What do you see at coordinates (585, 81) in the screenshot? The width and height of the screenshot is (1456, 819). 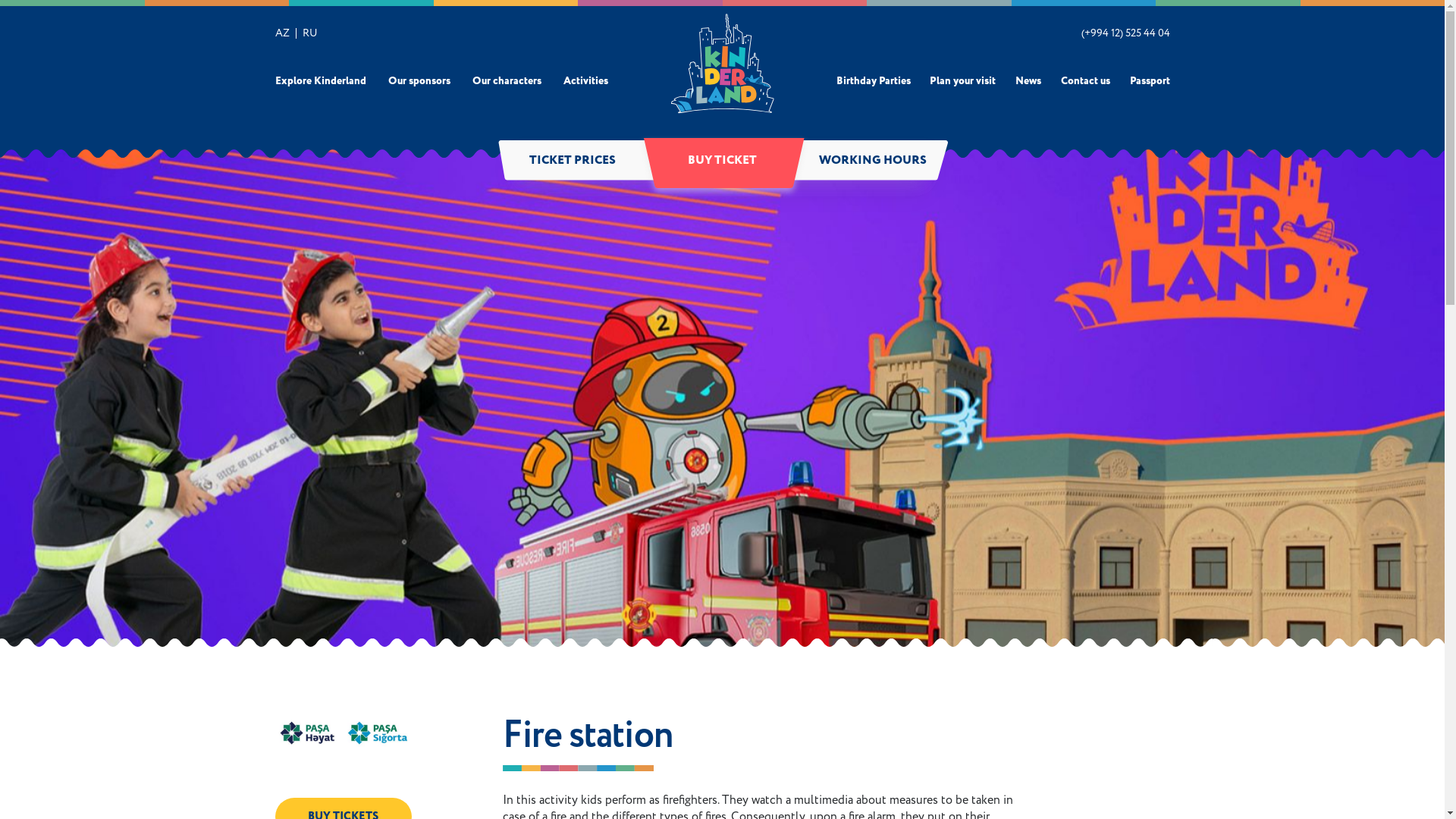 I see `'Activities'` at bounding box center [585, 81].